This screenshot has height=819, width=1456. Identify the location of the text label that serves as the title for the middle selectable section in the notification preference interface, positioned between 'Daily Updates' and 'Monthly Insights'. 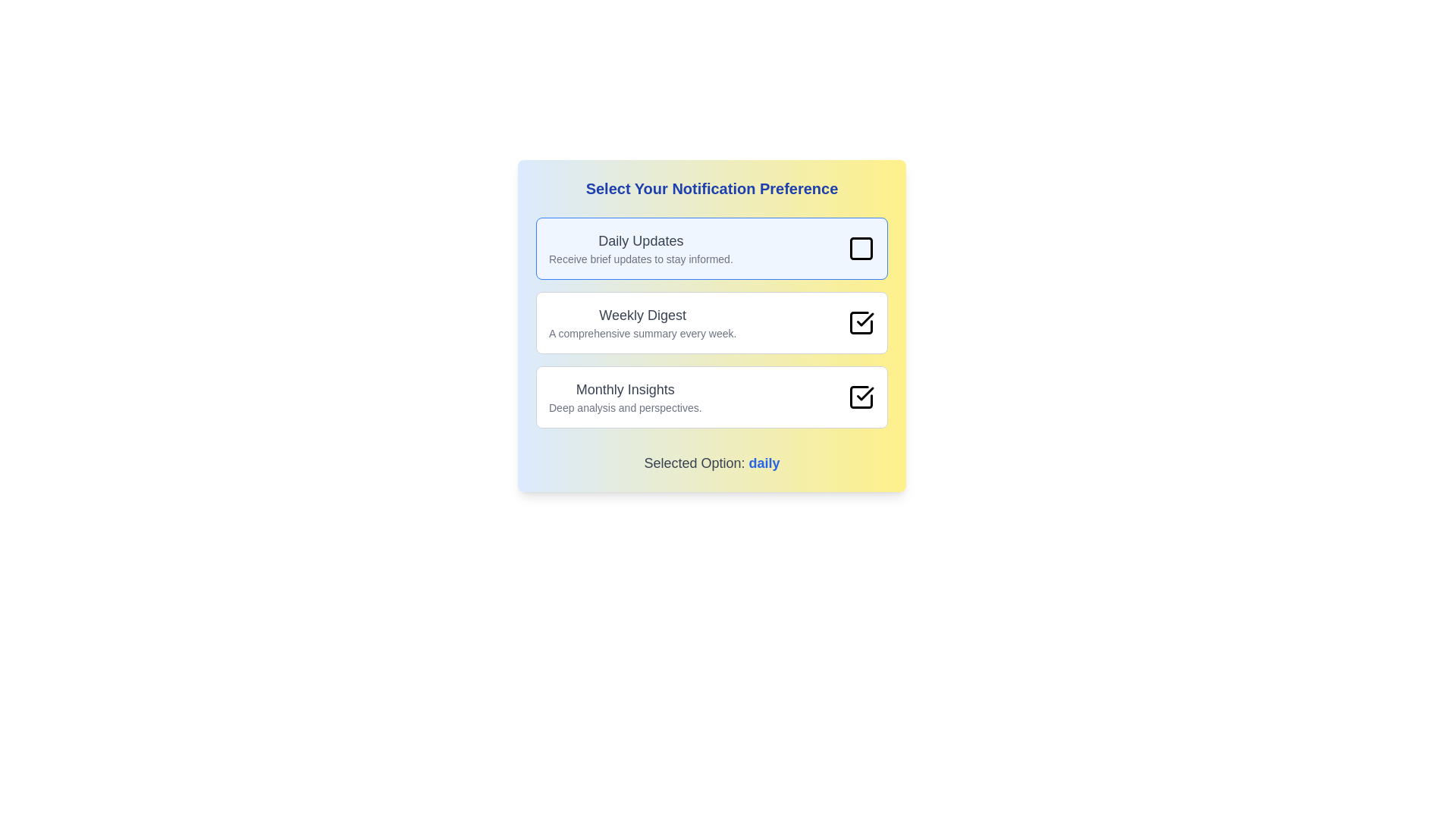
(642, 315).